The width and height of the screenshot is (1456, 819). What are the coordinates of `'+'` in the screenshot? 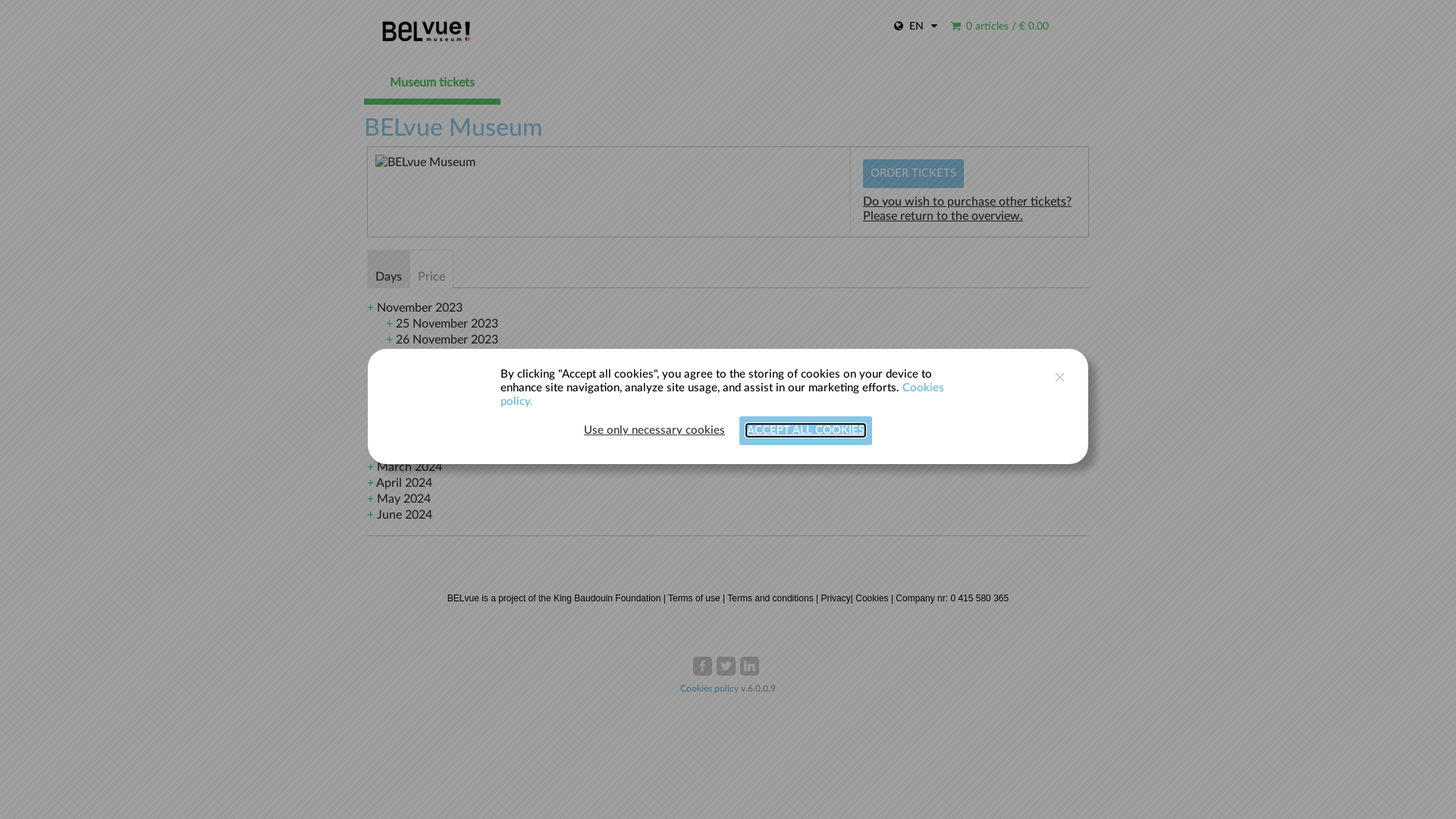 It's located at (389, 323).